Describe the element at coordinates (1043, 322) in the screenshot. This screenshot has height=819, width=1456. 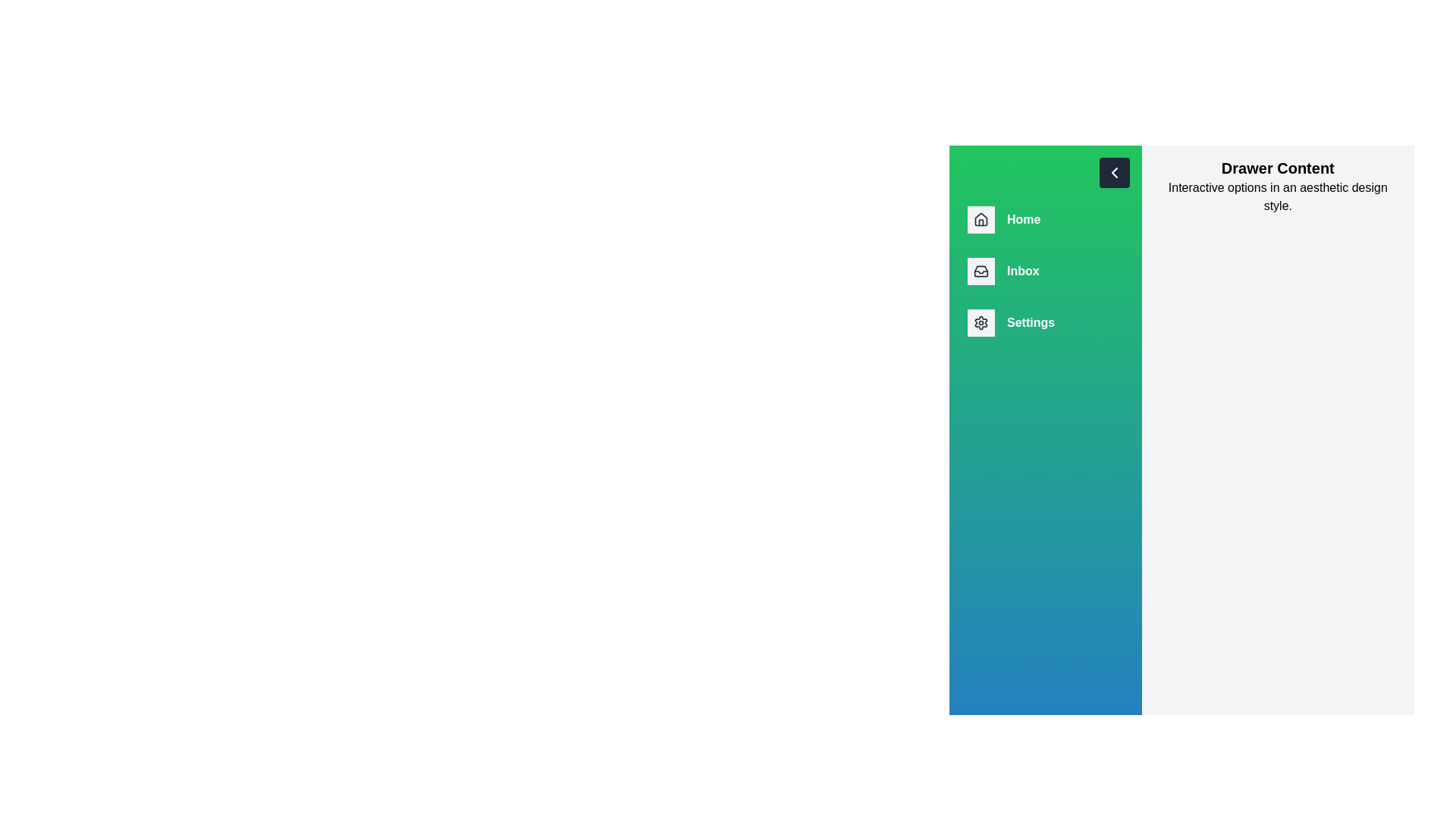
I see `the navigation item Settings from the drawer` at that location.